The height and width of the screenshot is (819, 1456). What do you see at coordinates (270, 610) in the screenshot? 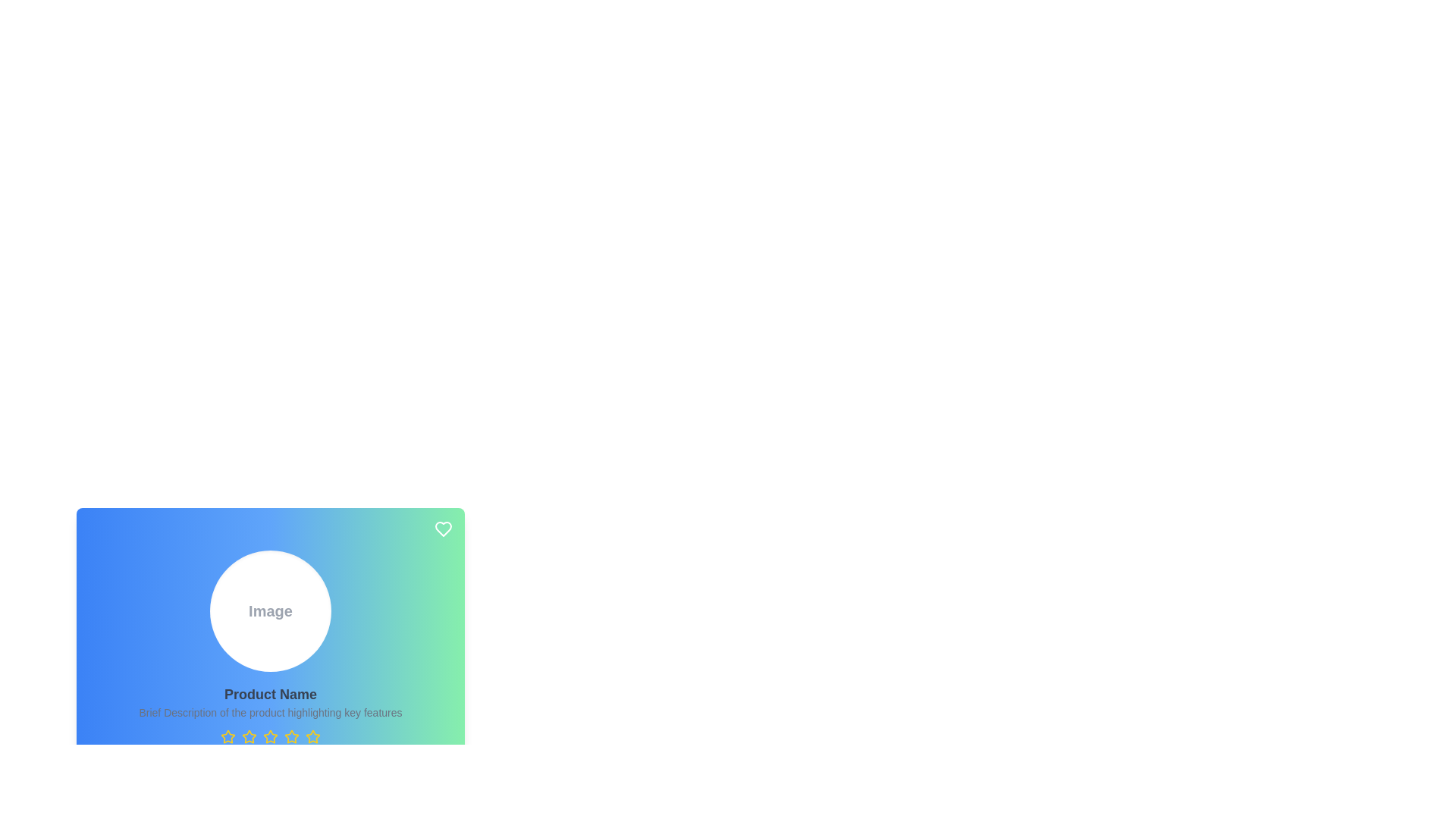
I see `the Graphical Placeholder element which is centrally located above the 'Product Name' text section` at bounding box center [270, 610].